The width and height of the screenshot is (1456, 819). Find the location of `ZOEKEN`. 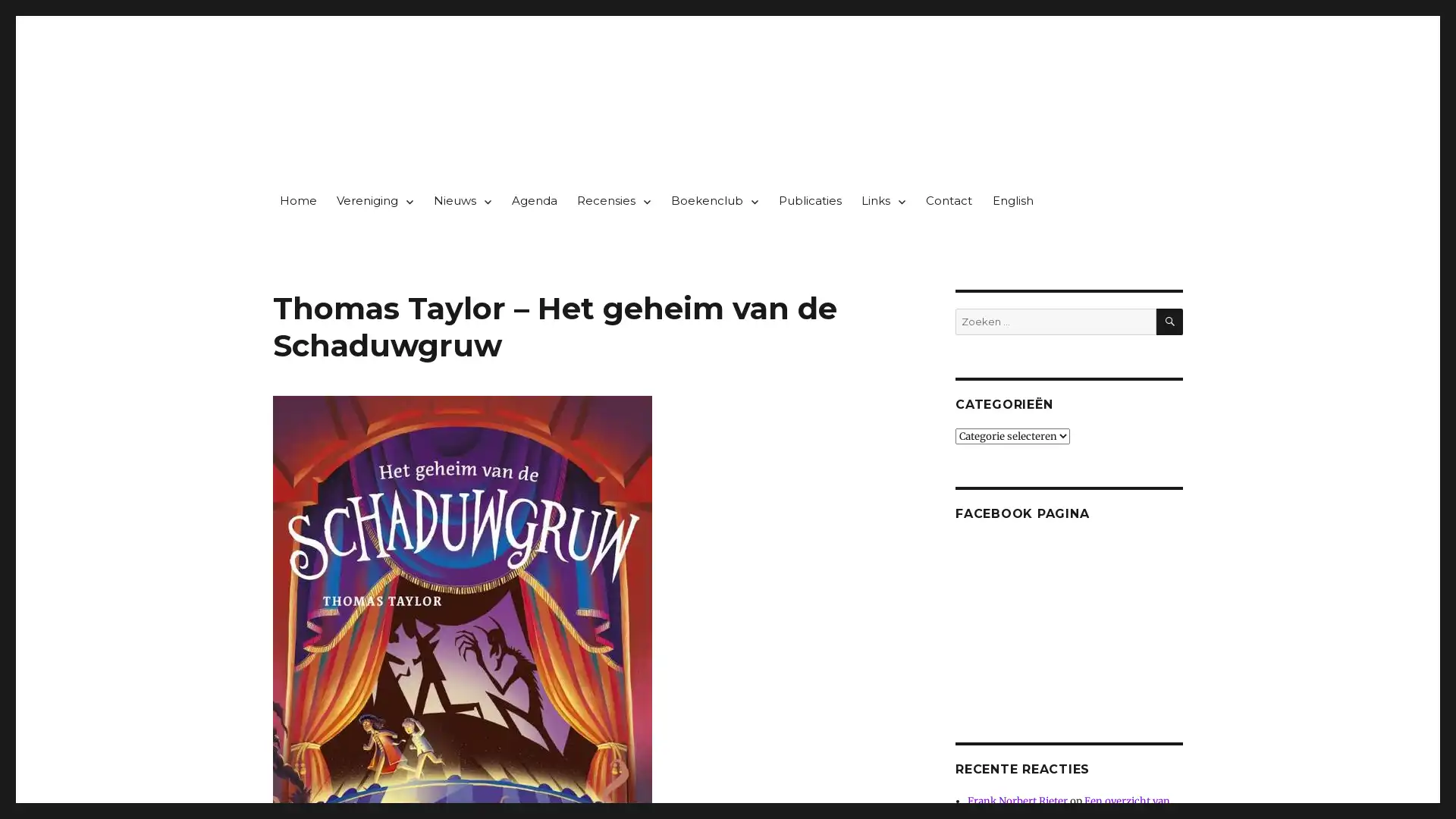

ZOEKEN is located at coordinates (1169, 321).